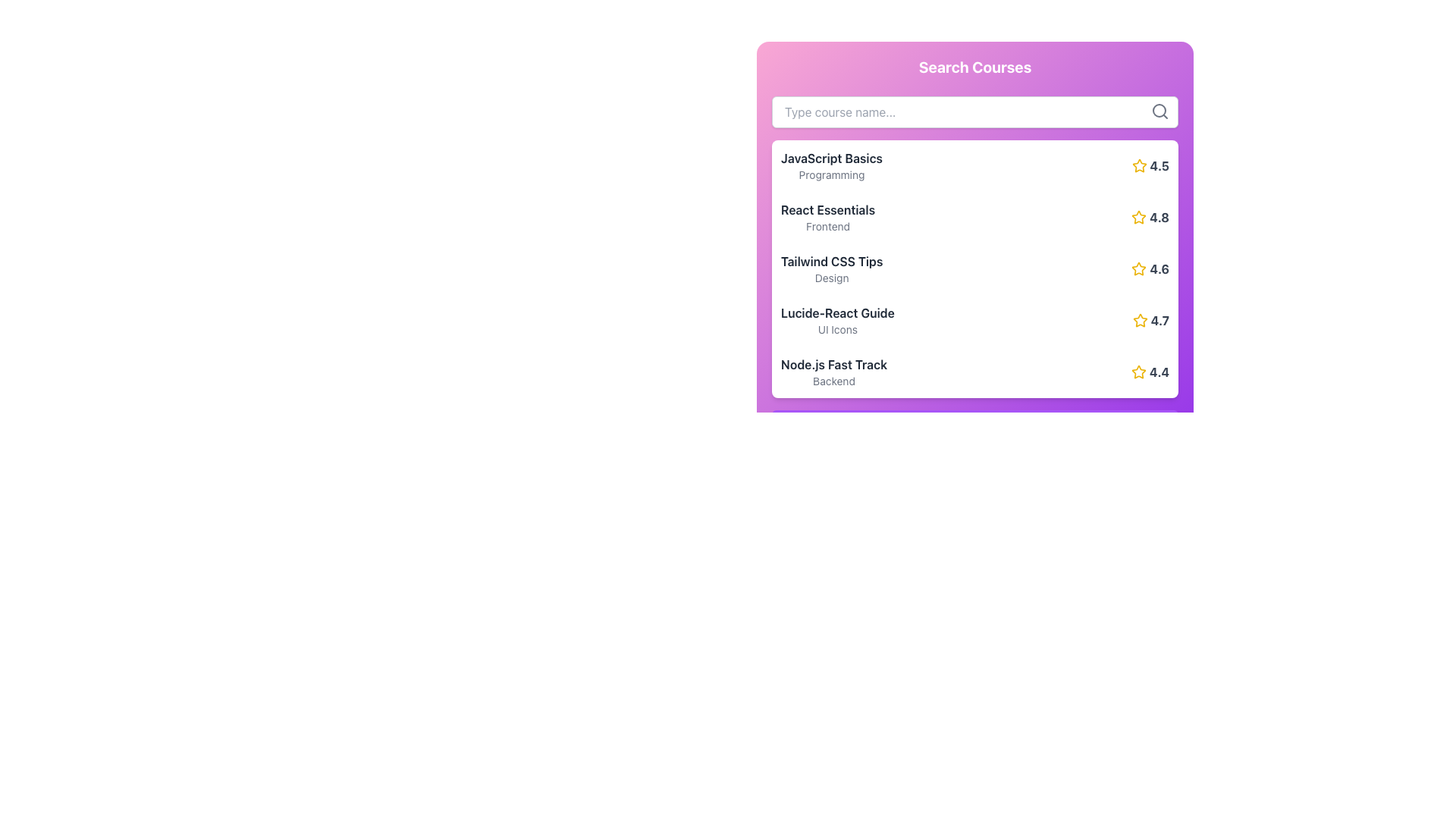 This screenshot has width=1456, height=819. Describe the element at coordinates (836, 312) in the screenshot. I see `the semibold text label 'Lucide-React Guide'` at that location.